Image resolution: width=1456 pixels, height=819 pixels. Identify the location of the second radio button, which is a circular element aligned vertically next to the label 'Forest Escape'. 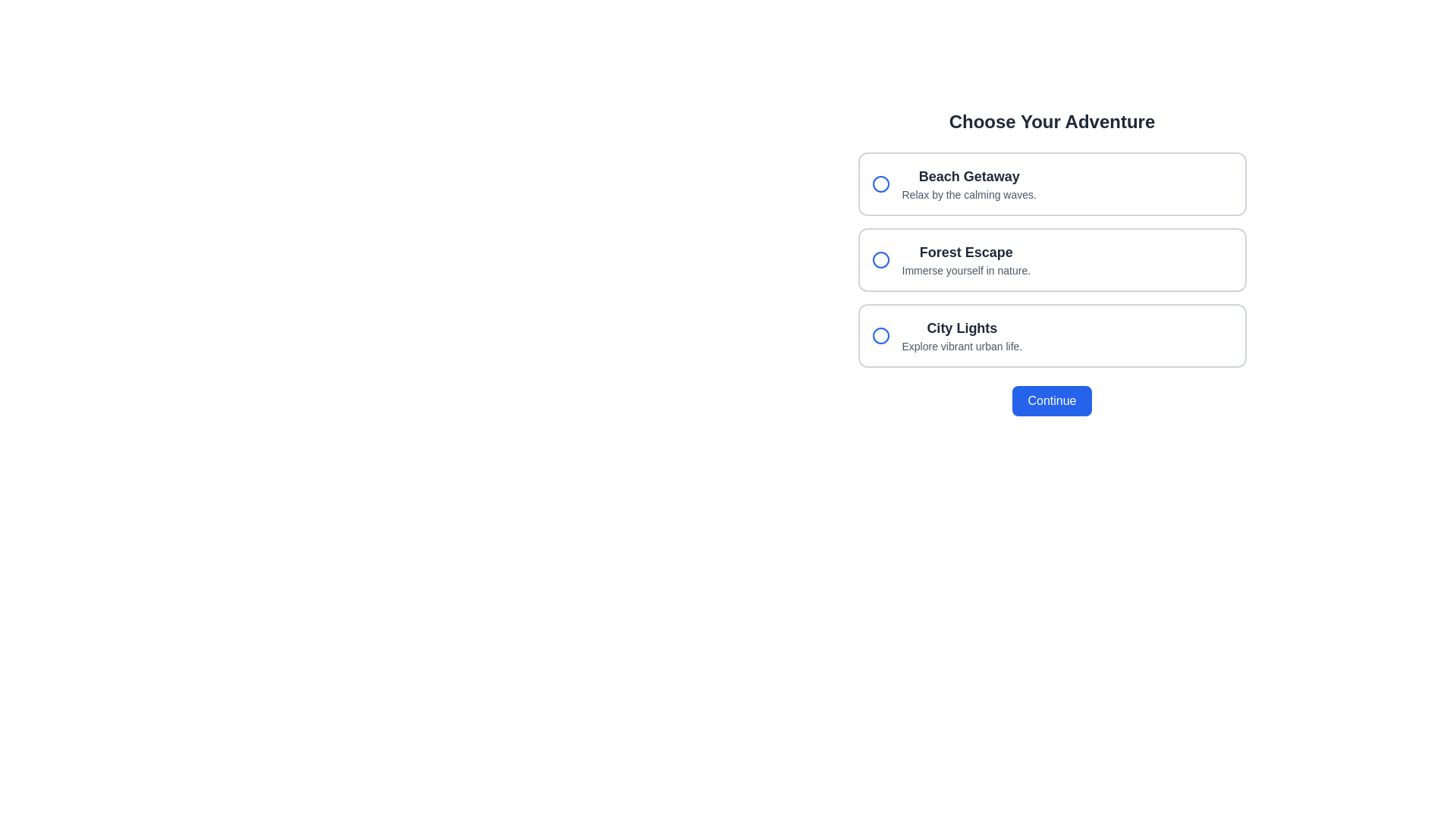
(880, 259).